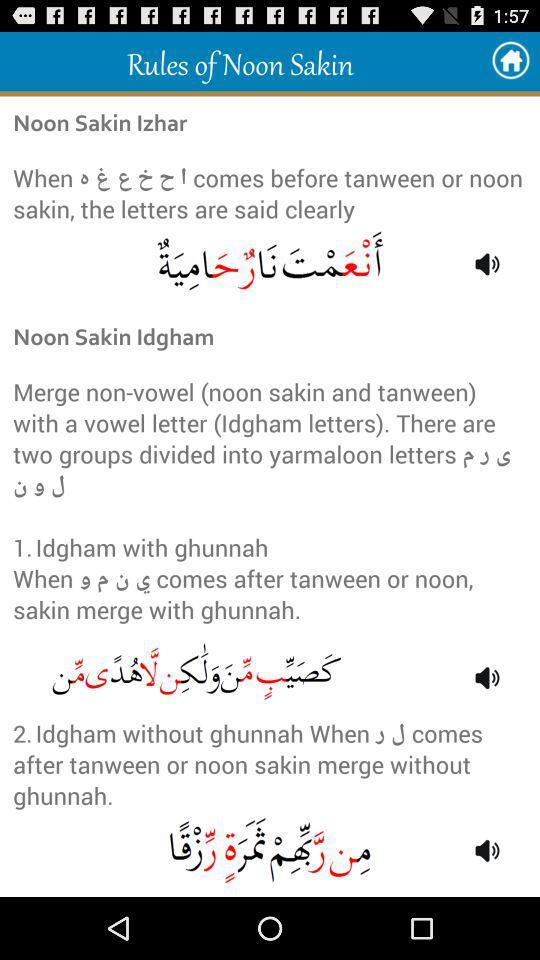  Describe the element at coordinates (510, 65) in the screenshot. I see `the home icon` at that location.